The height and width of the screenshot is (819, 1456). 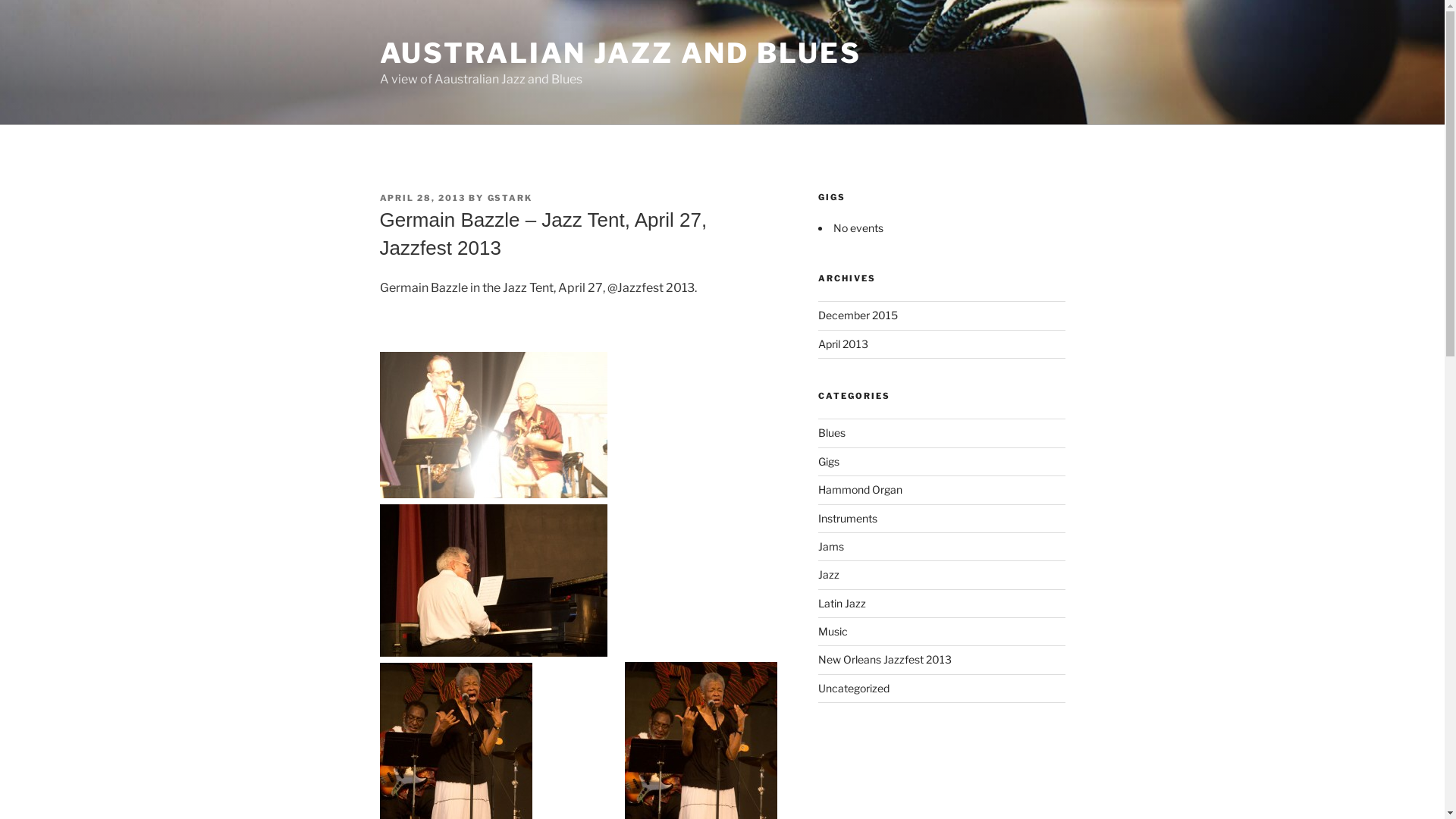 I want to click on 'AUSTRALIAN JAZZ AND BLUES', so click(x=620, y=52).